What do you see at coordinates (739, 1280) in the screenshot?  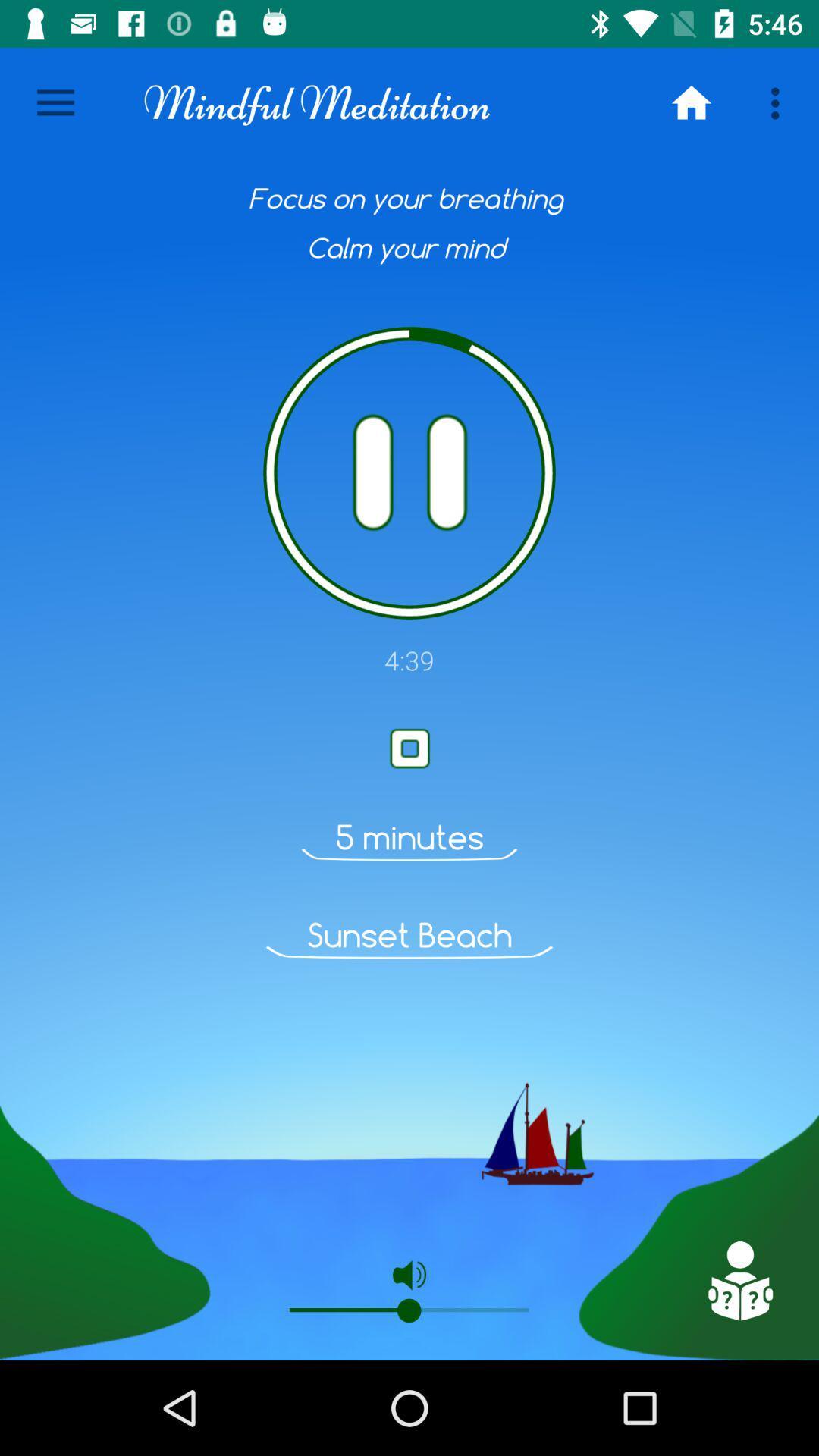 I see `faq page` at bounding box center [739, 1280].